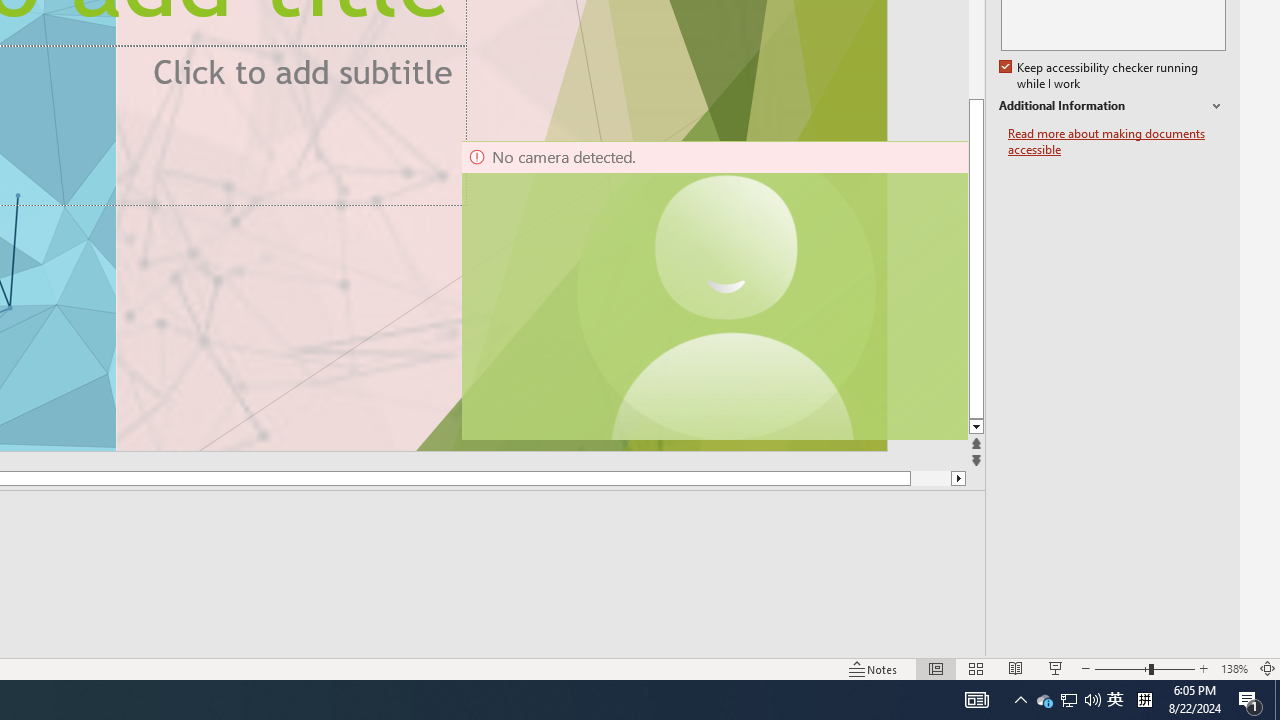  What do you see at coordinates (726, 290) in the screenshot?
I see `'Camera 11, No camera detected.'` at bounding box center [726, 290].